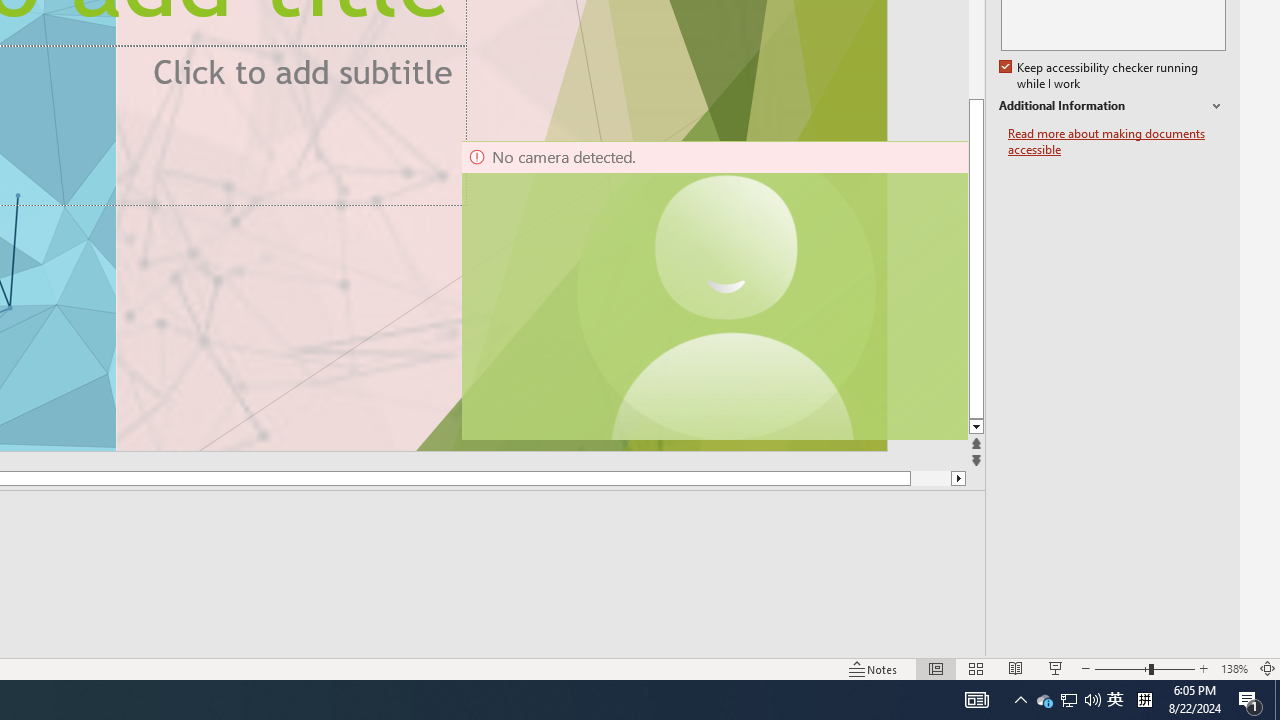  What do you see at coordinates (726, 290) in the screenshot?
I see `'Camera 11, No camera detected.'` at bounding box center [726, 290].